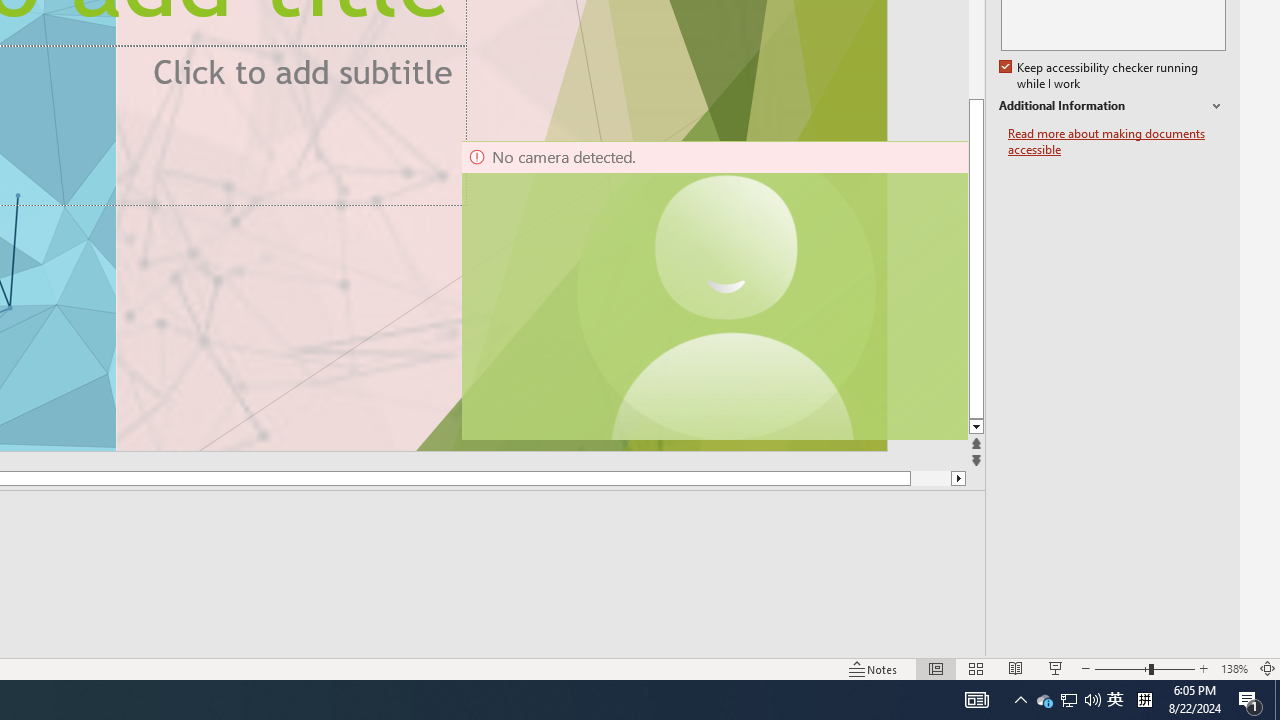  What do you see at coordinates (726, 290) in the screenshot?
I see `'Camera 11, No camera detected.'` at bounding box center [726, 290].